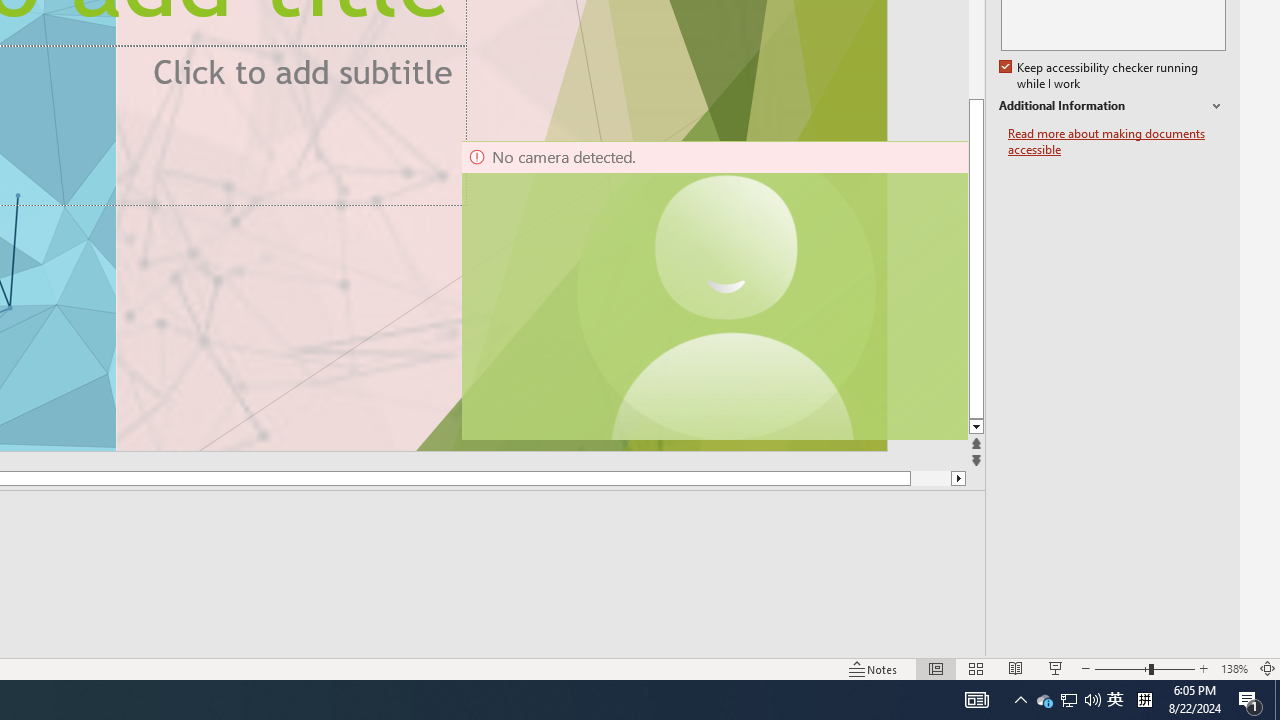  What do you see at coordinates (726, 290) in the screenshot?
I see `'Camera 11, No camera detected.'` at bounding box center [726, 290].